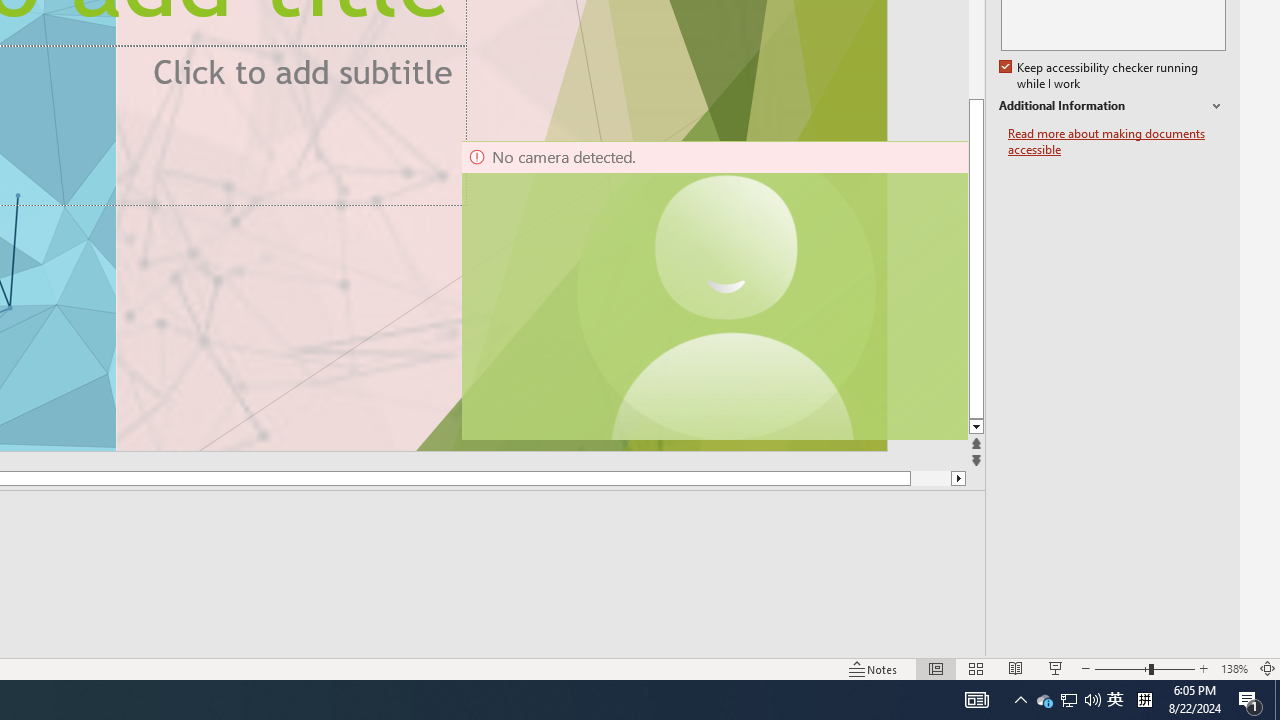  What do you see at coordinates (726, 290) in the screenshot?
I see `'Camera 11, No camera detected.'` at bounding box center [726, 290].